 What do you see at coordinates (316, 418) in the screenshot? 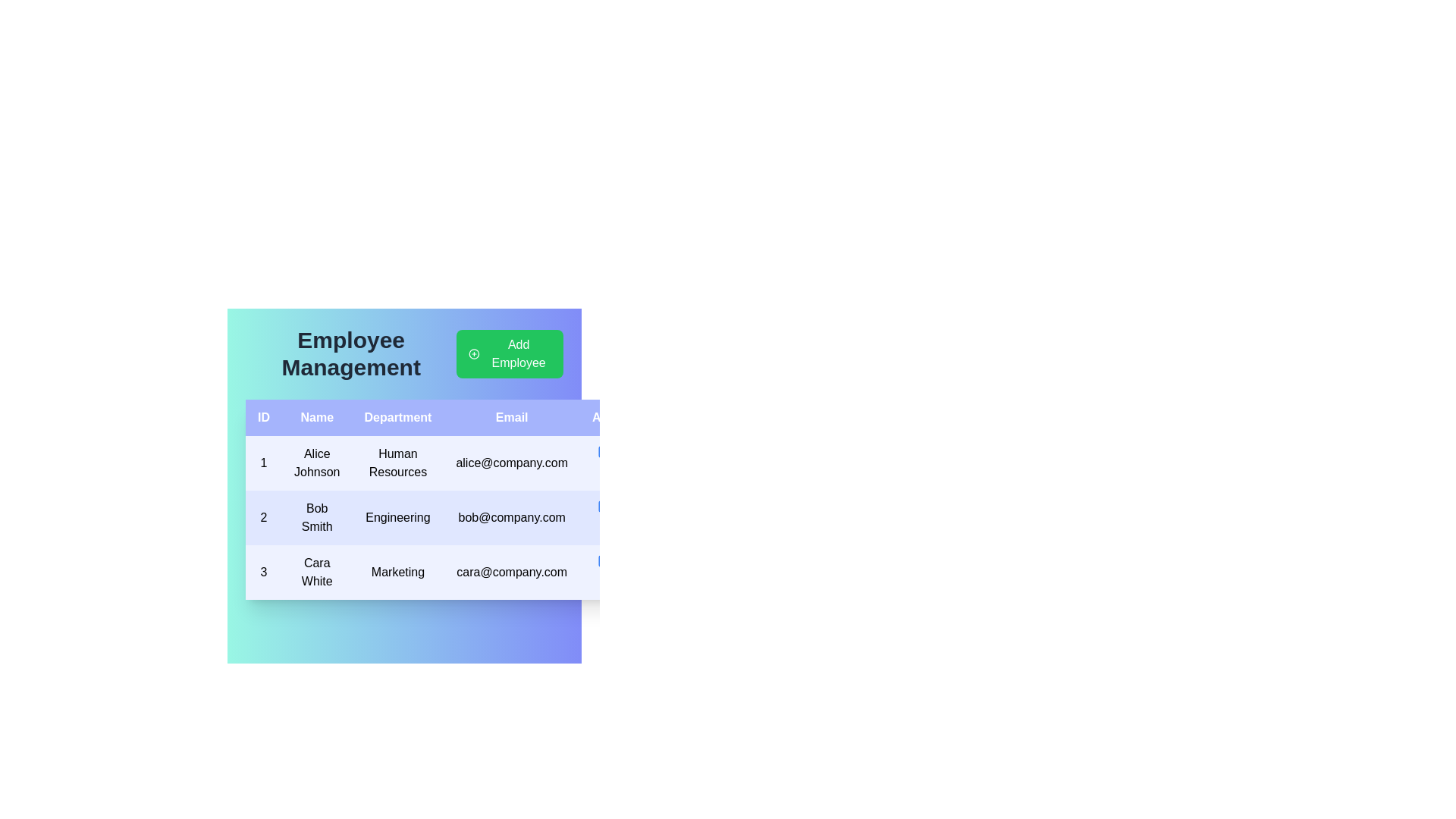
I see `the 'Name' column header cell in the table, which is the second column header located between the 'ID' and 'Department' headers` at bounding box center [316, 418].